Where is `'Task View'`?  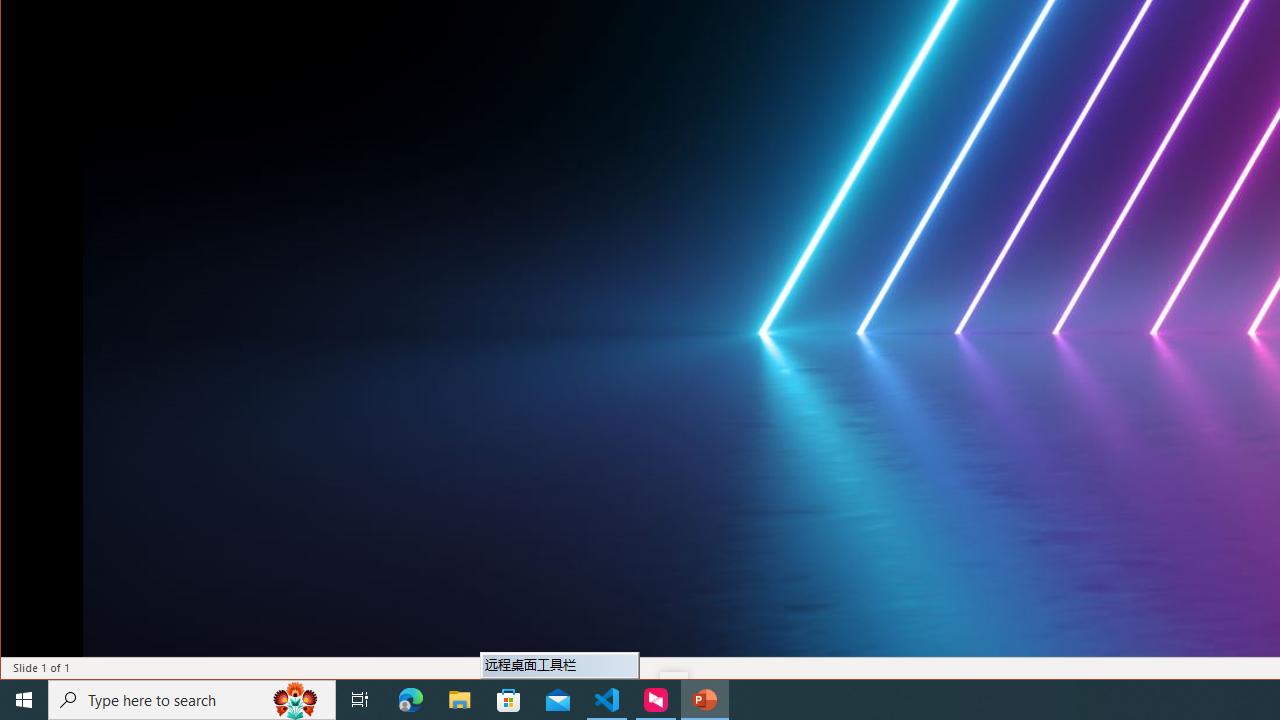
'Task View' is located at coordinates (359, 698).